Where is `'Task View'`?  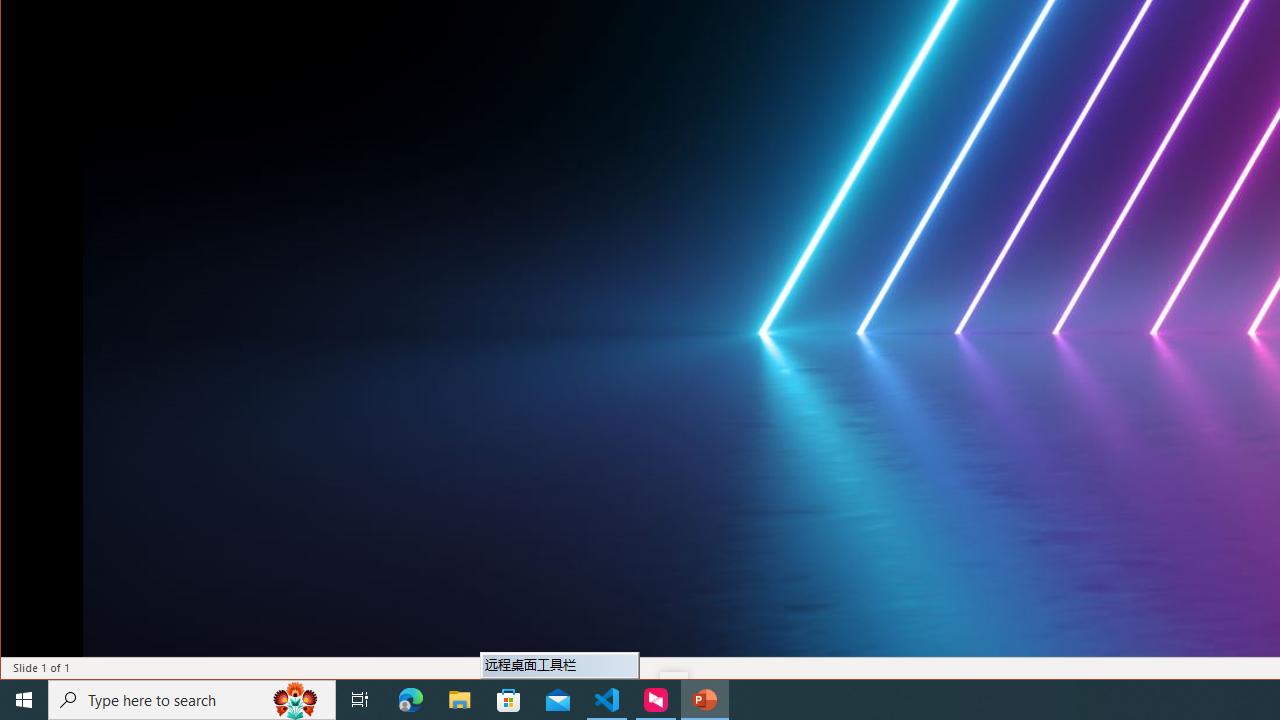
'Task View' is located at coordinates (359, 698).